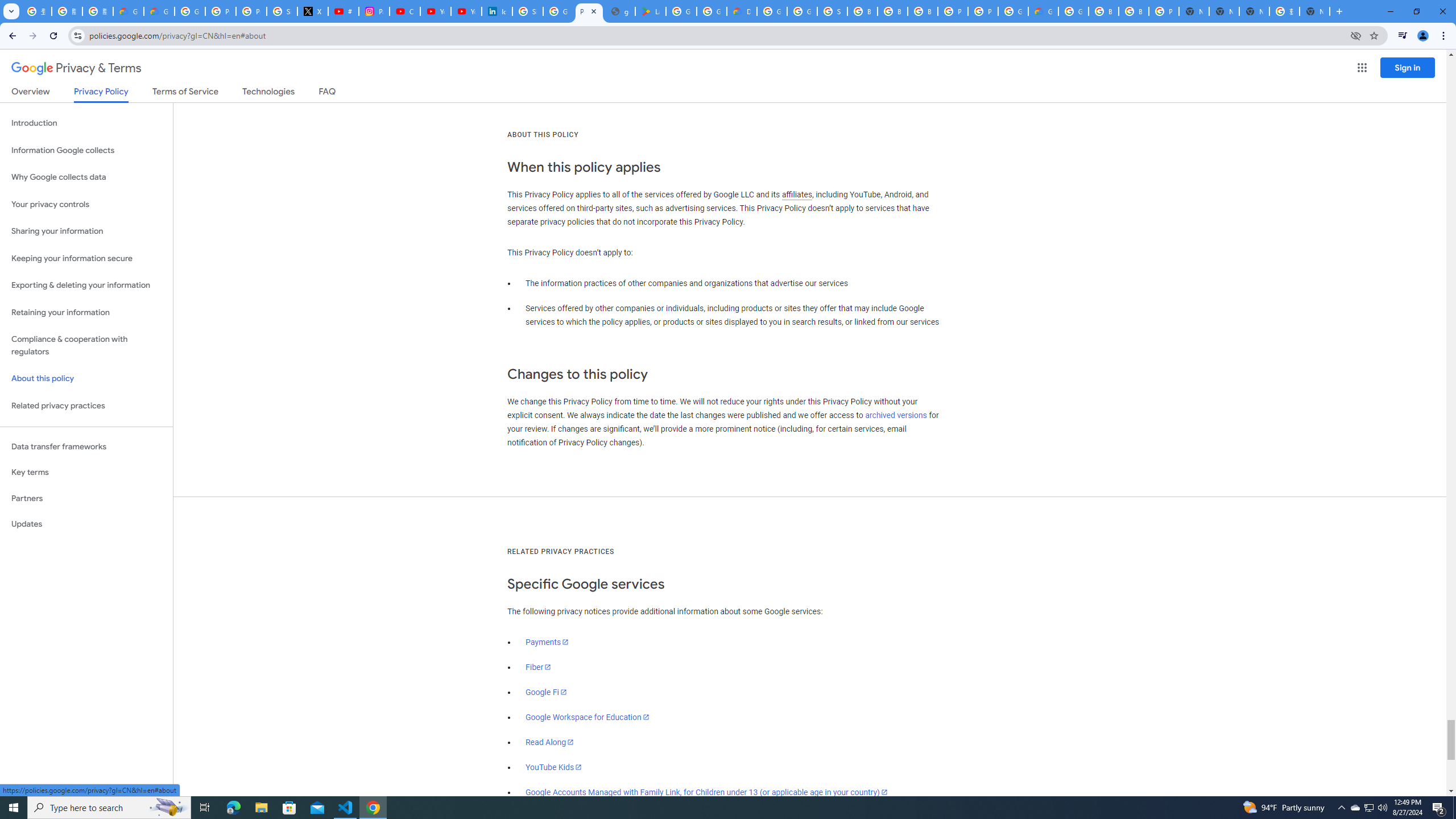 The image size is (1456, 819). Describe the element at coordinates (528, 11) in the screenshot. I see `'Sign in - Google Accounts'` at that location.